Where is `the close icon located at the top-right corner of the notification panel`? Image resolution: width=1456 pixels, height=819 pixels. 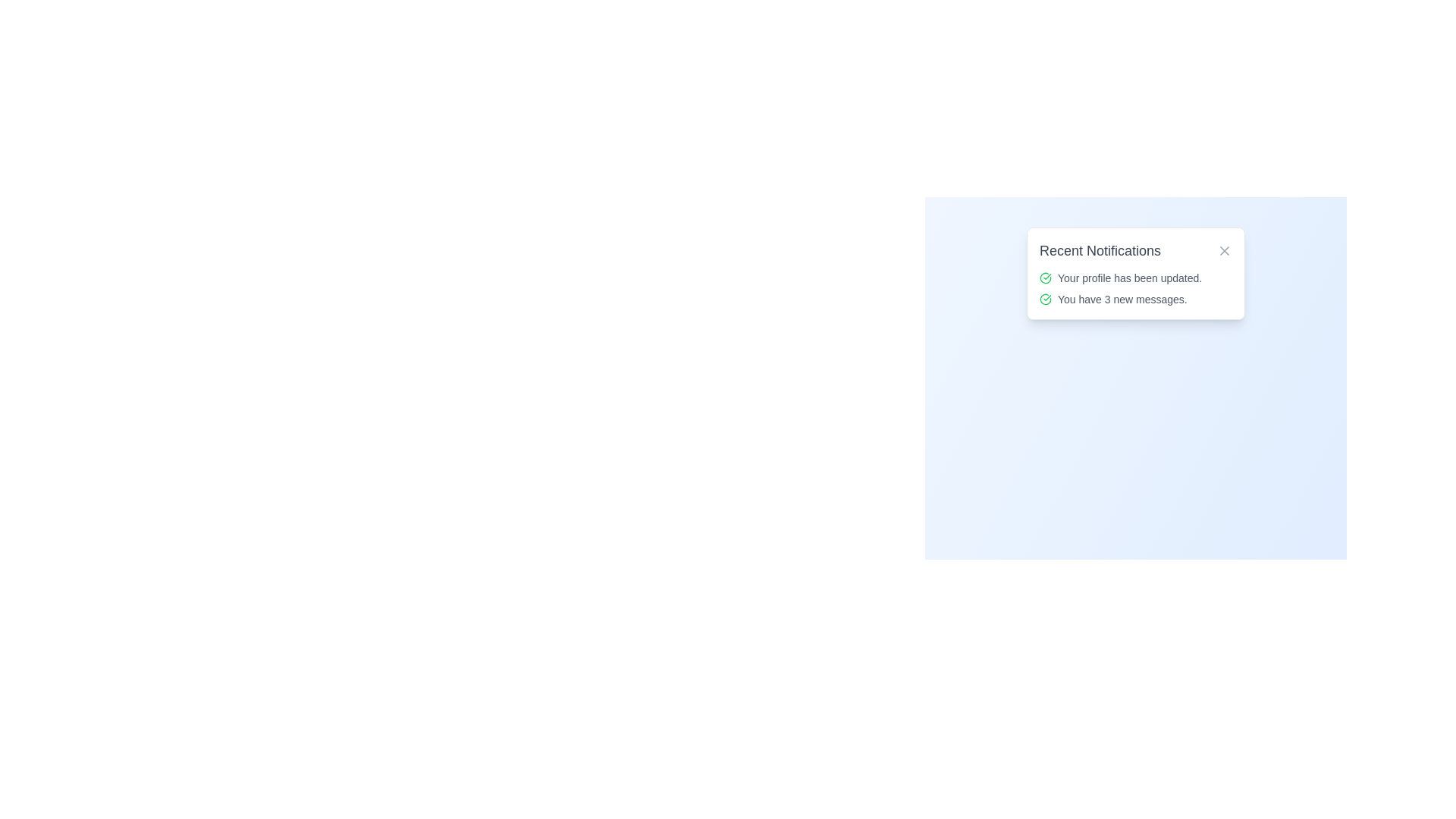
the close icon located at the top-right corner of the notification panel is located at coordinates (1224, 250).